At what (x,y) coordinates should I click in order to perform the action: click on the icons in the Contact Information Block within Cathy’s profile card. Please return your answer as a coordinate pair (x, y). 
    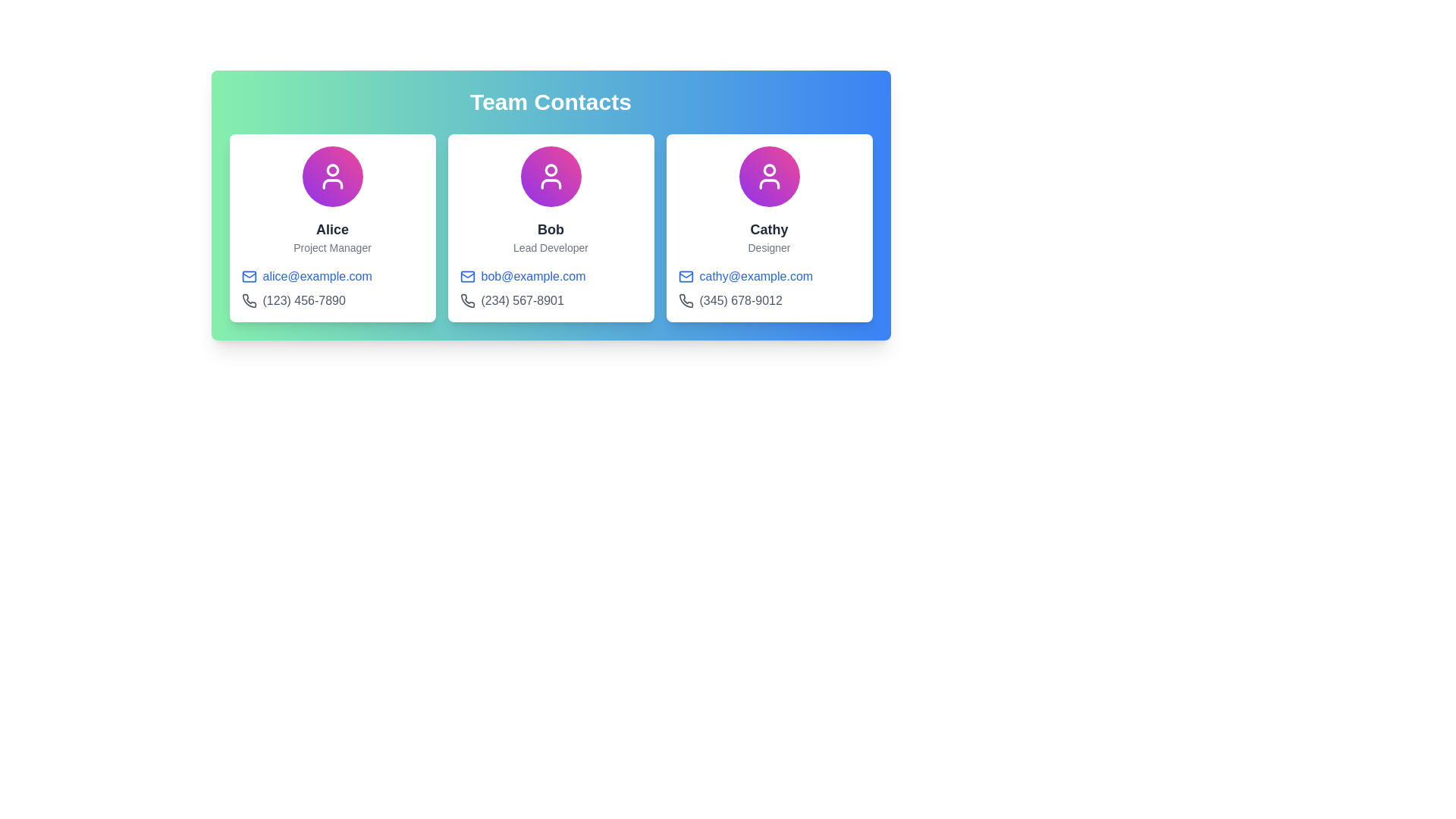
    Looking at the image, I should click on (769, 289).